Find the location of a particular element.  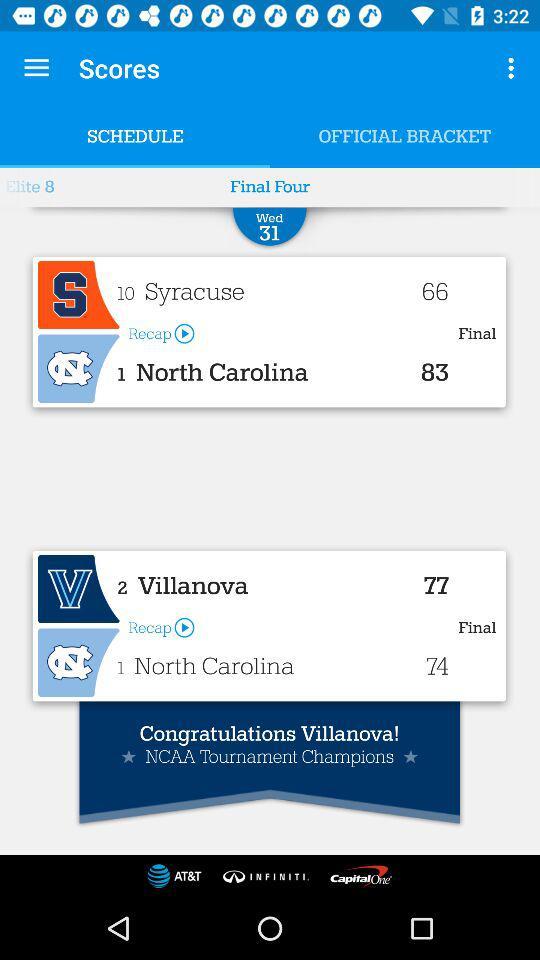

the first star icon is located at coordinates (129, 755).